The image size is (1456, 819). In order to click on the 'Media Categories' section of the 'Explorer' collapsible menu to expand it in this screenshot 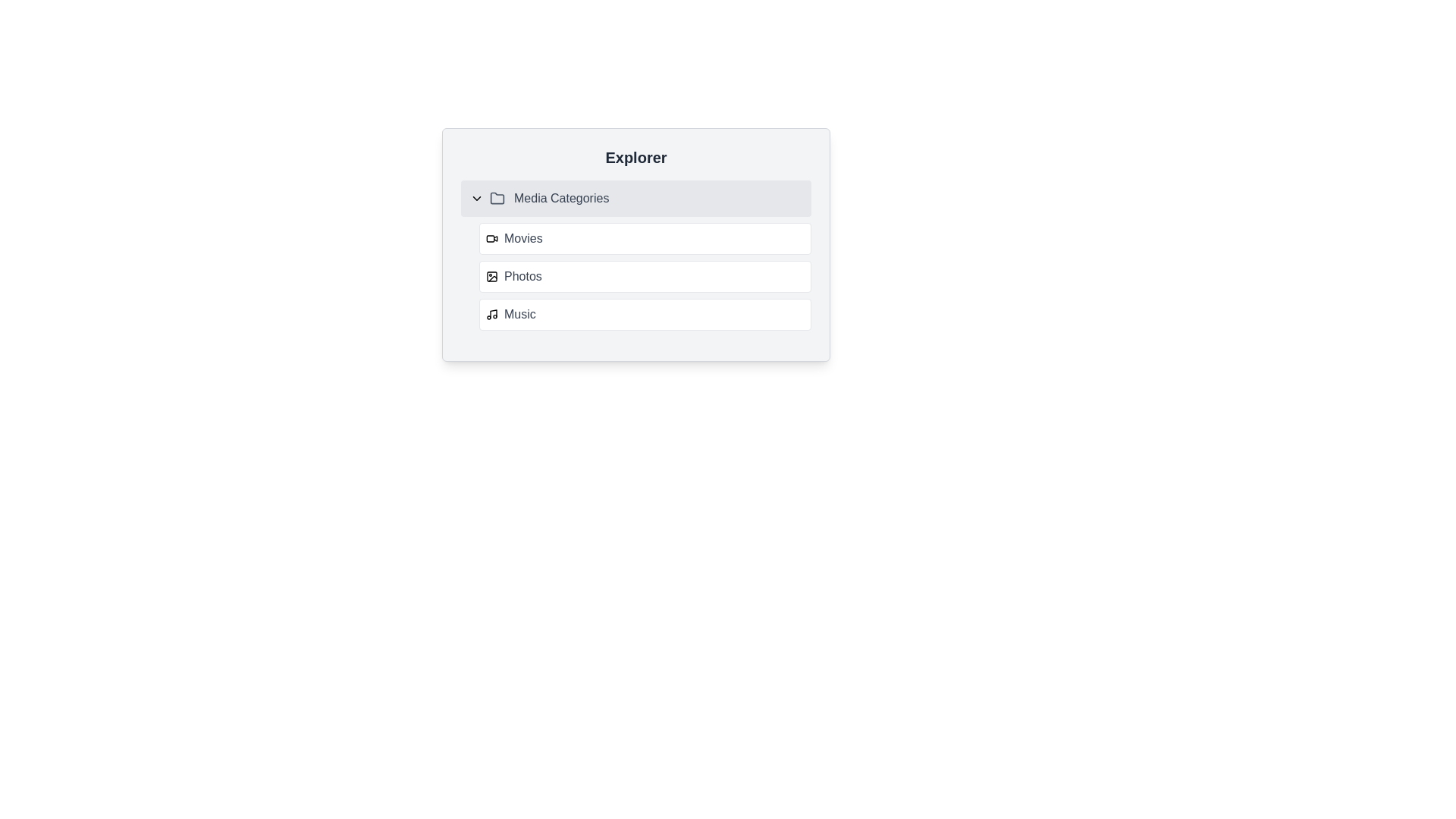, I will do `click(636, 244)`.